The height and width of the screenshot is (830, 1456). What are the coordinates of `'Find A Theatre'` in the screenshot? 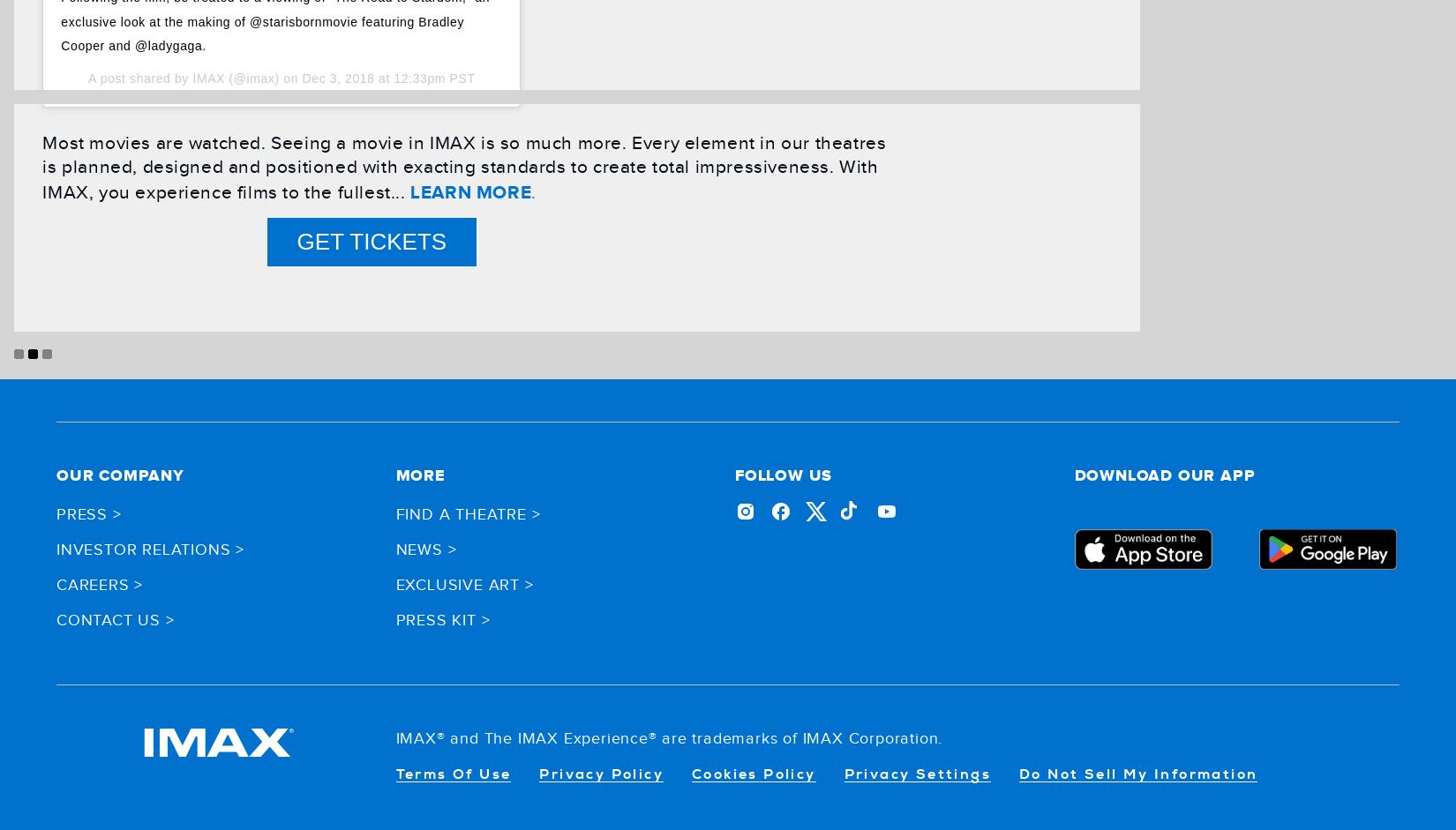 It's located at (460, 512).